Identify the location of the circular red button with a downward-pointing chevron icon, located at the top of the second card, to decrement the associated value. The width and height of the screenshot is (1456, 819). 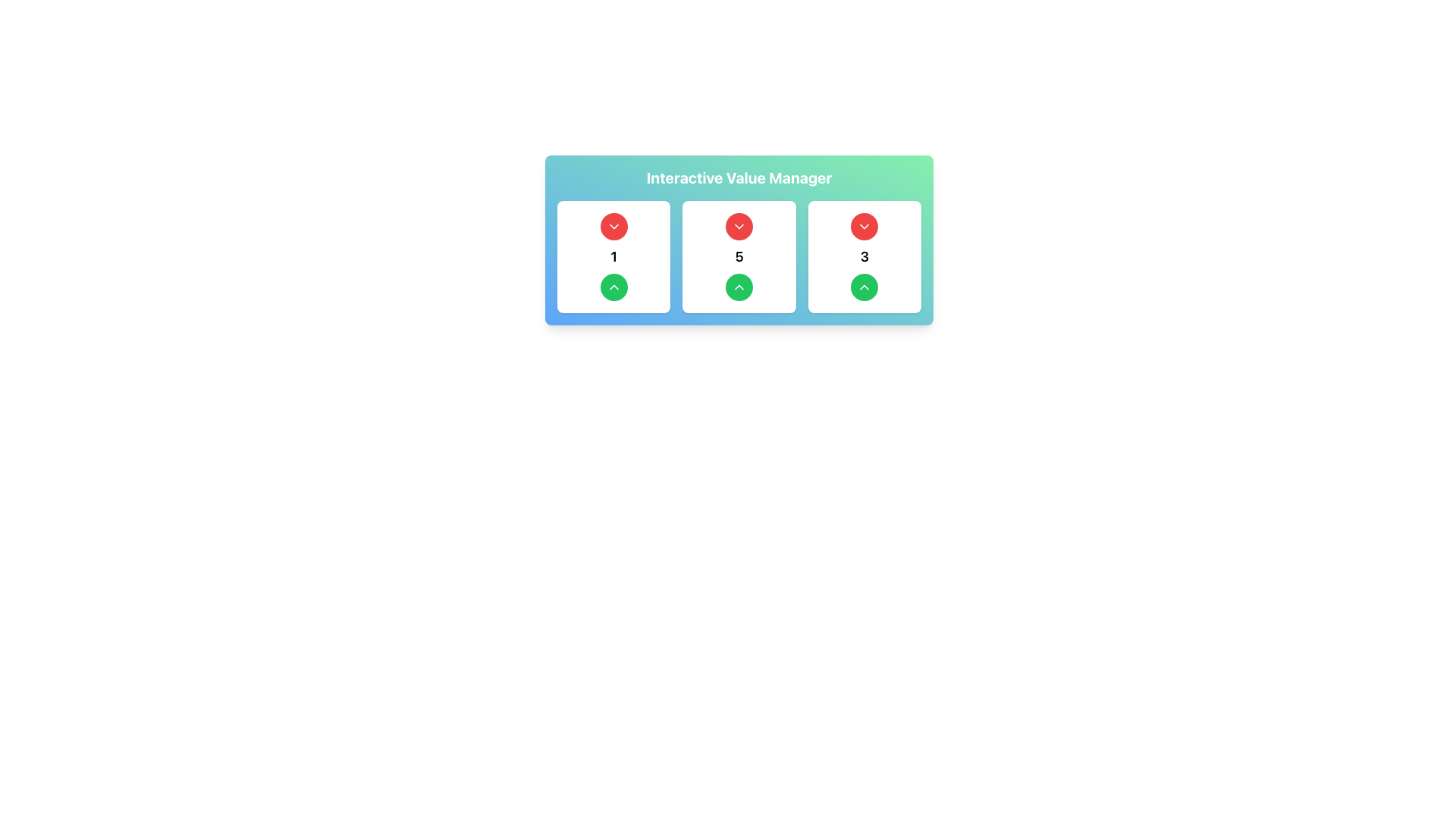
(739, 227).